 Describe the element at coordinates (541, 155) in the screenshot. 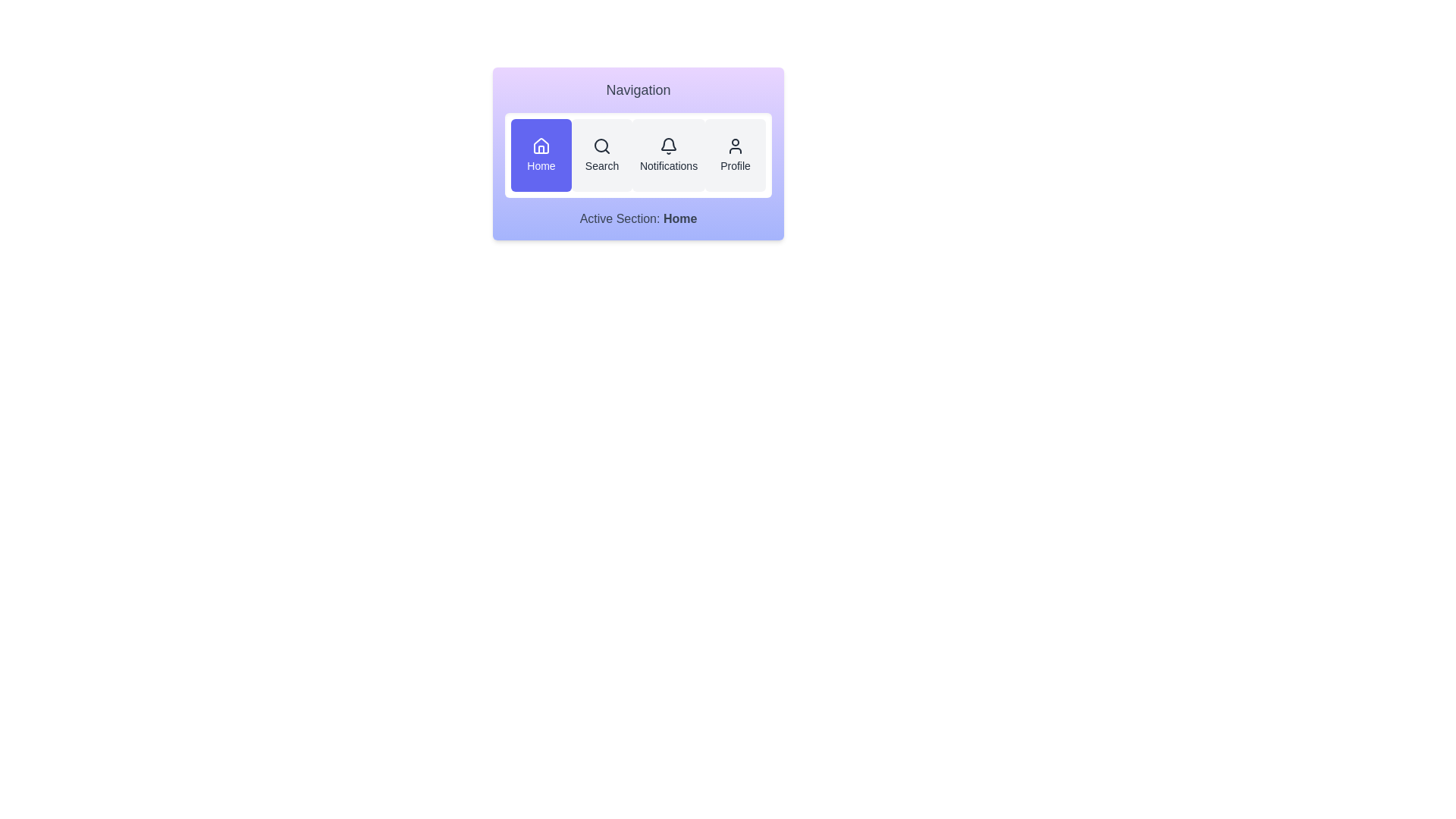

I see `the Home button to activate the corresponding section` at that location.